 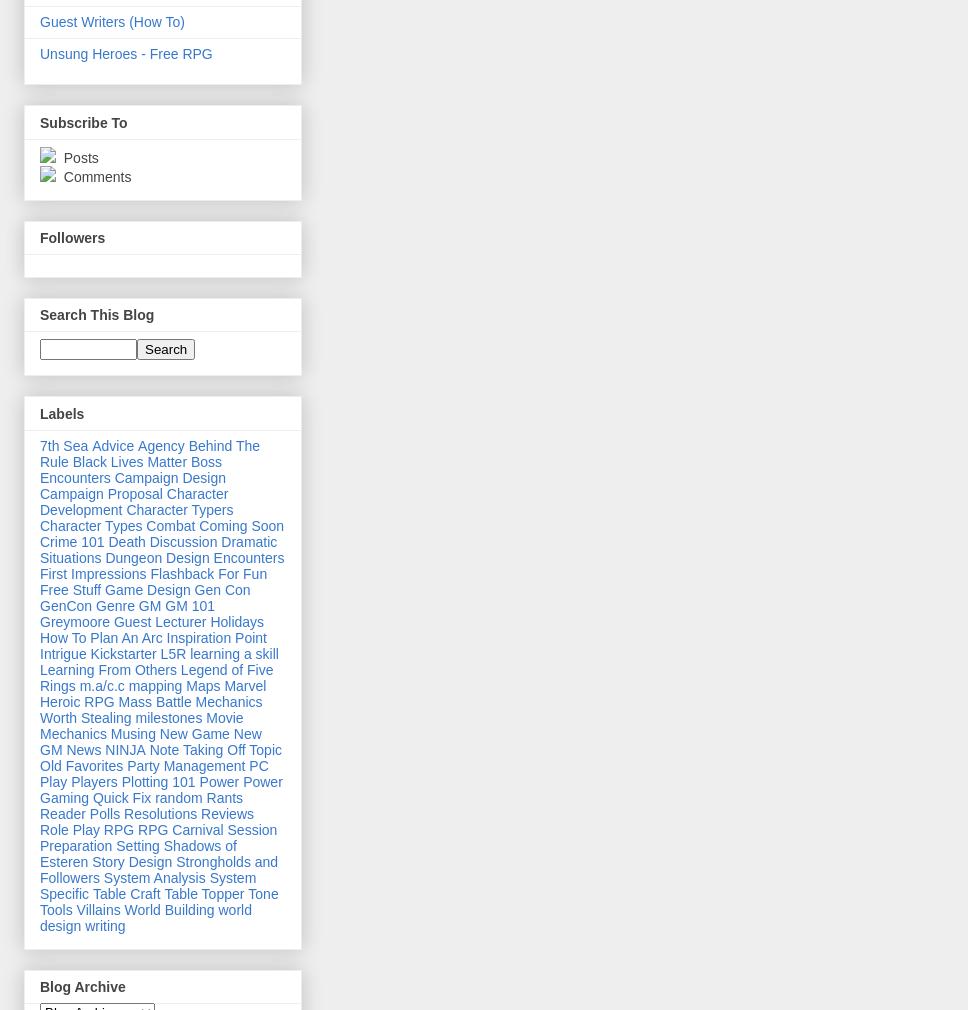 What do you see at coordinates (159, 445) in the screenshot?
I see `'Agency'` at bounding box center [159, 445].